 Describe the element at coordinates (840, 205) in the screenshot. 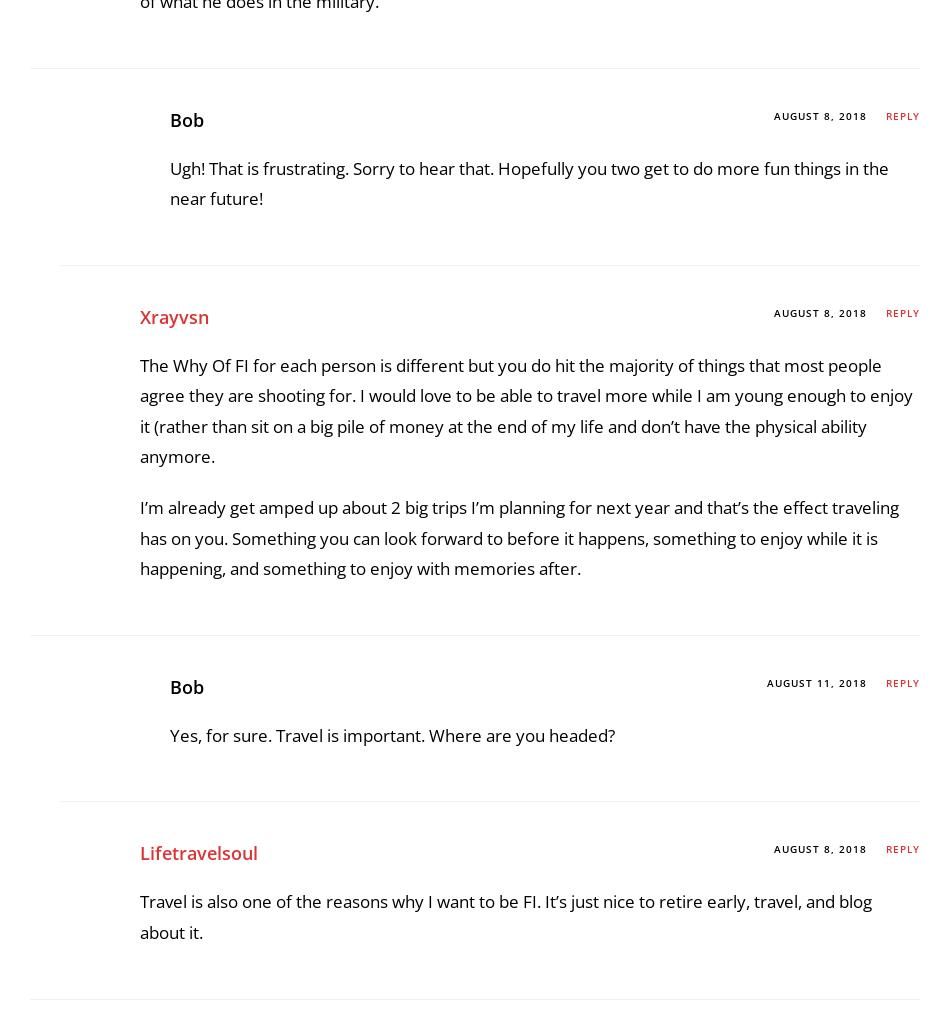

I see `'saving money'` at that location.